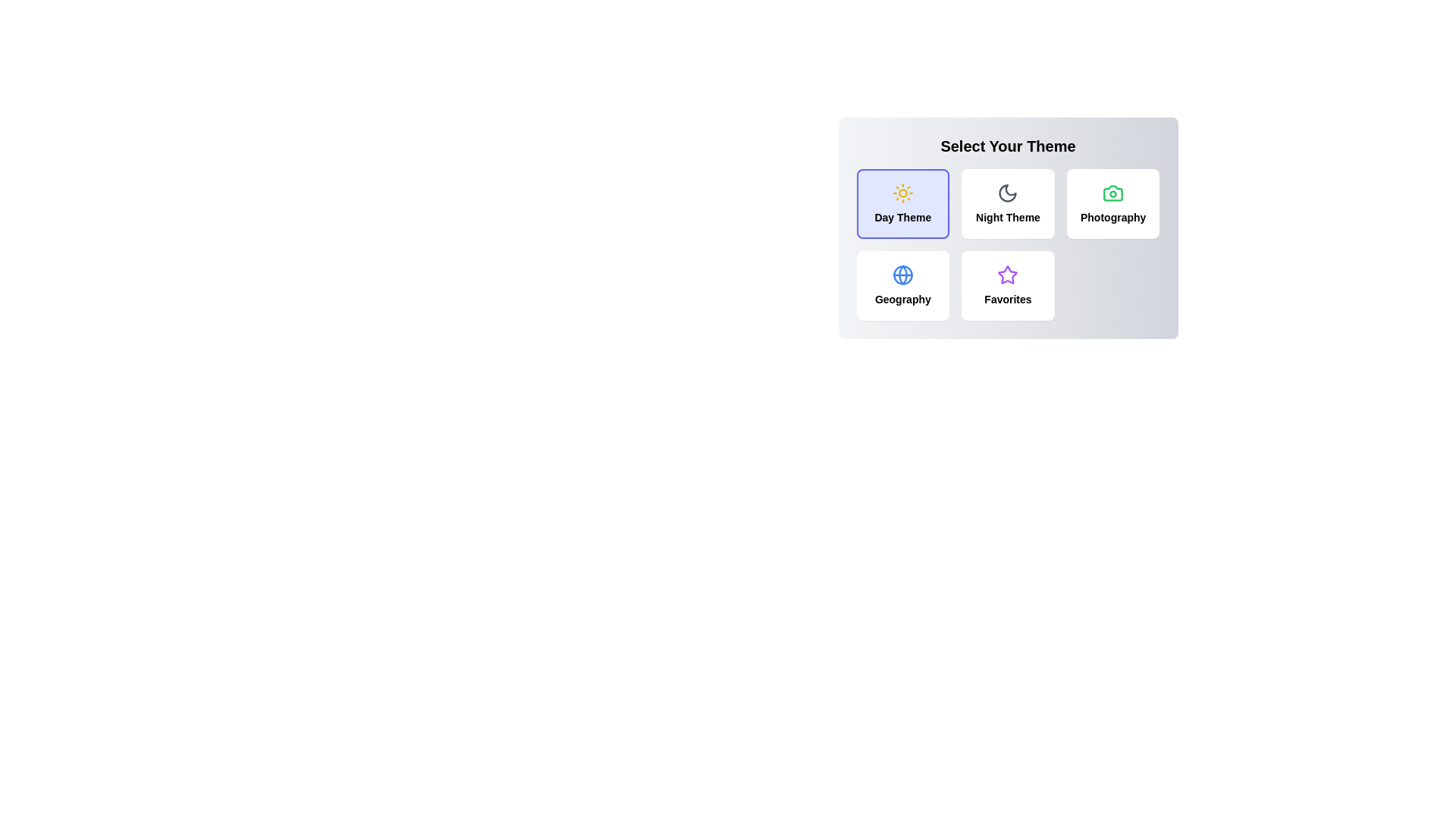 This screenshot has width=1456, height=819. I want to click on the 'Day Theme' button located in the first row, first column of the theme selection grid to navigate, so click(902, 203).